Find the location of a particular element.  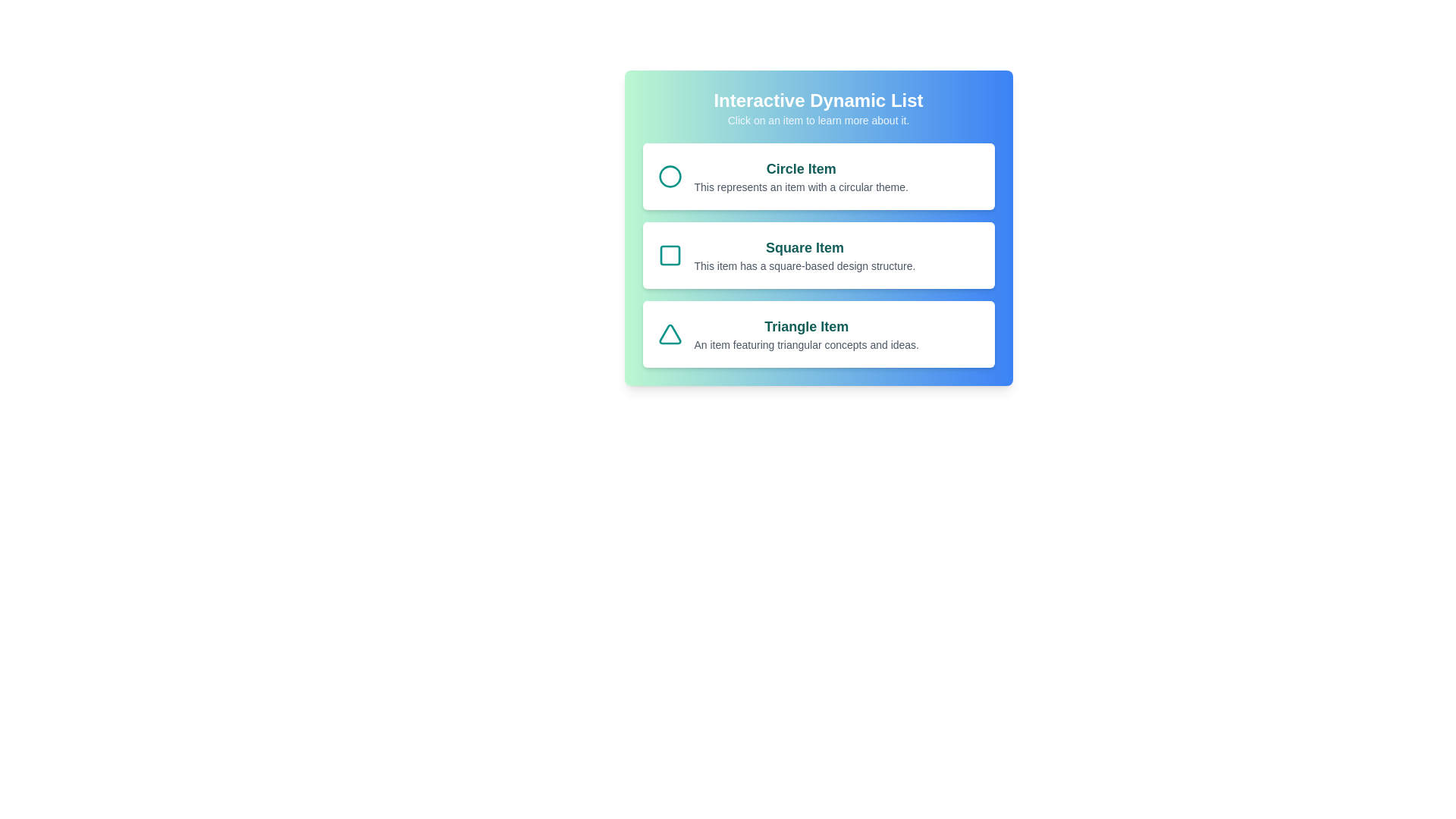

the 'Triangle Item' to learn more about it is located at coordinates (817, 333).